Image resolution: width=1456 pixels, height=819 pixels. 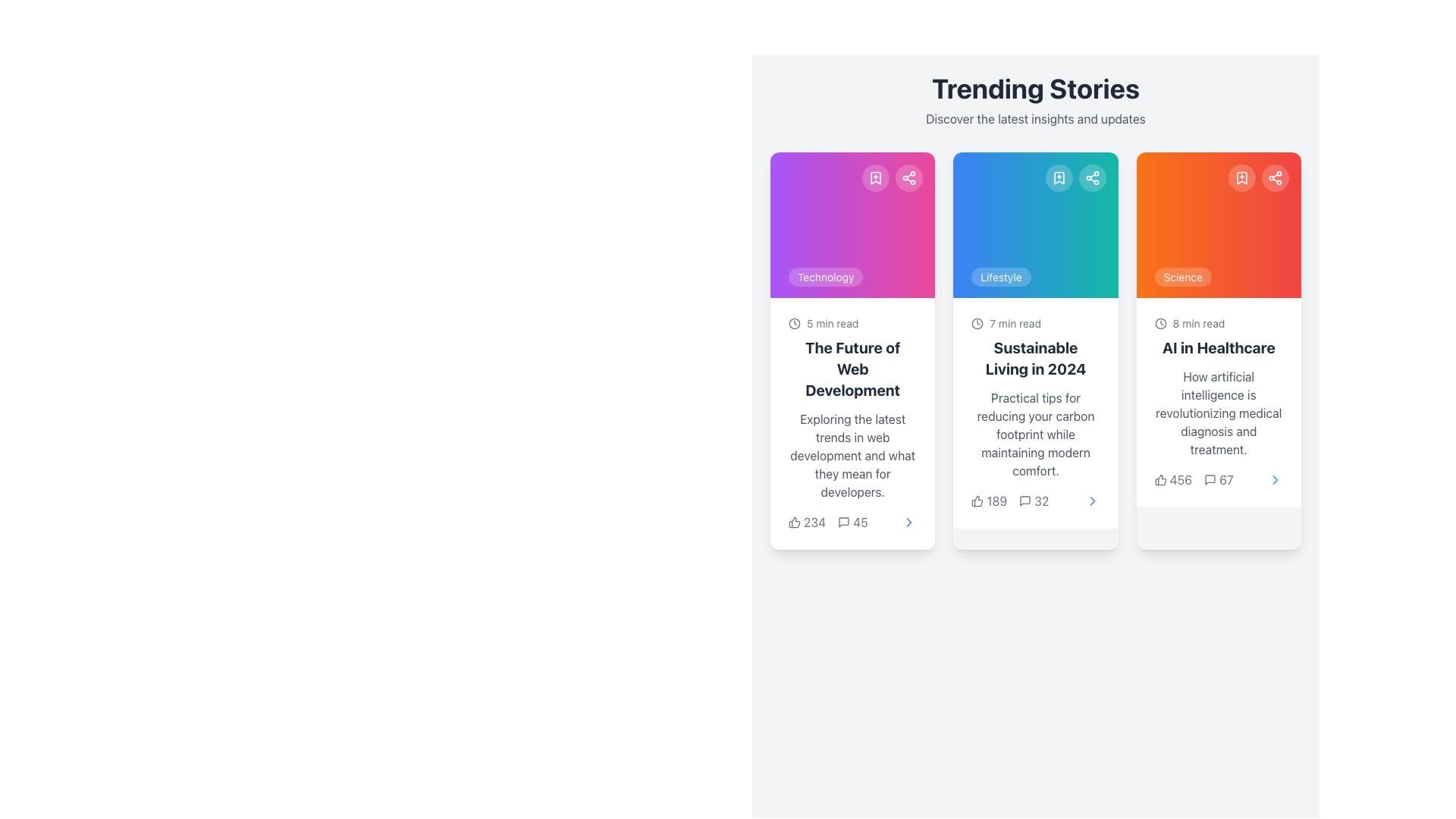 What do you see at coordinates (1035, 435) in the screenshot?
I see `multiline text block styled in gray that presents the text 'Practical tips for reducing your carbon footprint while maintaining modern comfort.' located in the center card of a three-card row layout, positioned below the heading 'Sustainable Living in 2024'` at bounding box center [1035, 435].